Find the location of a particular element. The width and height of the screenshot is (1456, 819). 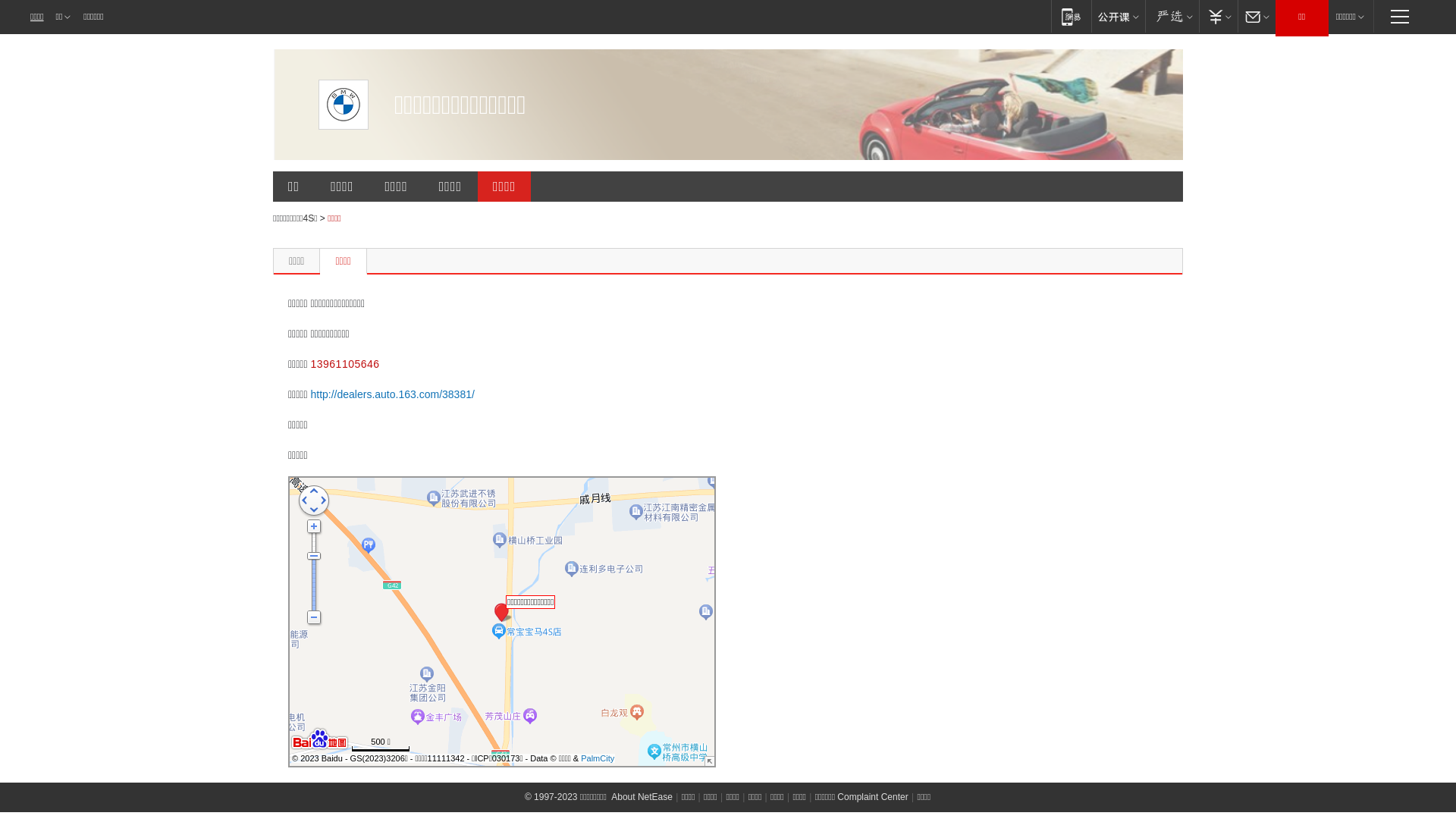

'About NetEase' is located at coordinates (610, 795).